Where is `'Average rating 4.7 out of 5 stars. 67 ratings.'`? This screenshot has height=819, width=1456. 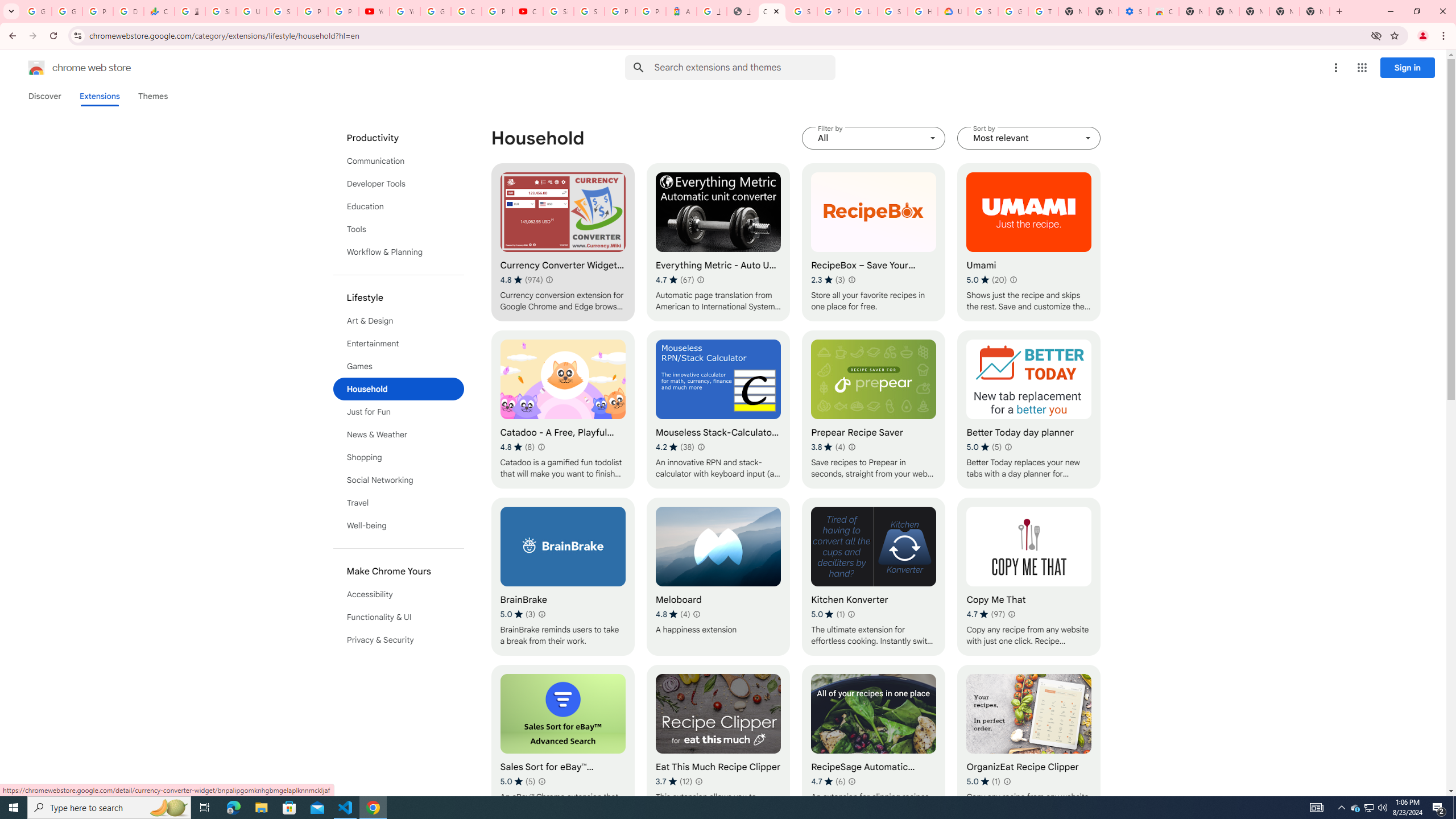
'Average rating 4.7 out of 5 stars. 67 ratings.' is located at coordinates (675, 279).